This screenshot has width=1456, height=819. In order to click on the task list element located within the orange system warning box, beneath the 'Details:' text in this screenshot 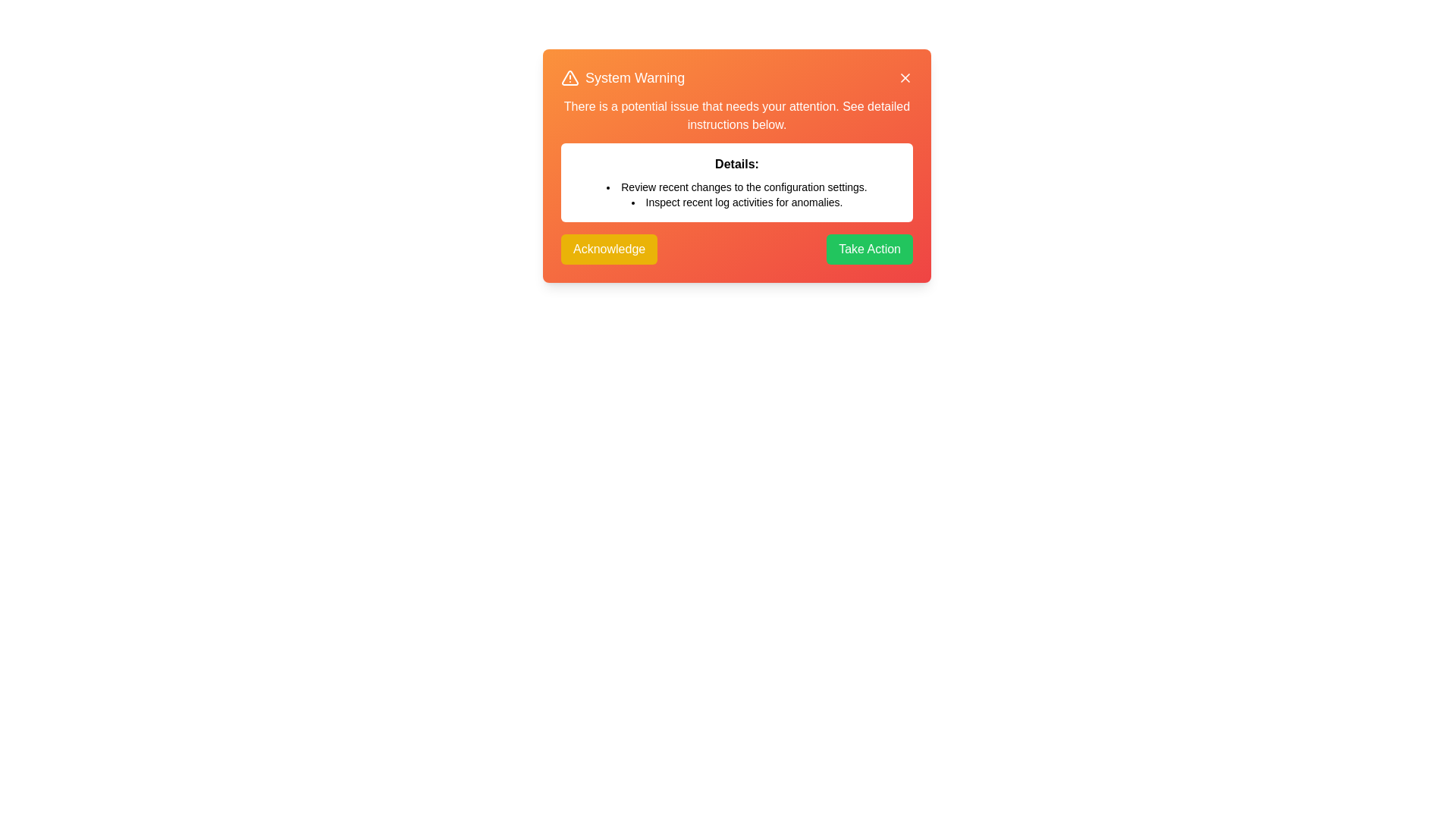, I will do `click(736, 194)`.